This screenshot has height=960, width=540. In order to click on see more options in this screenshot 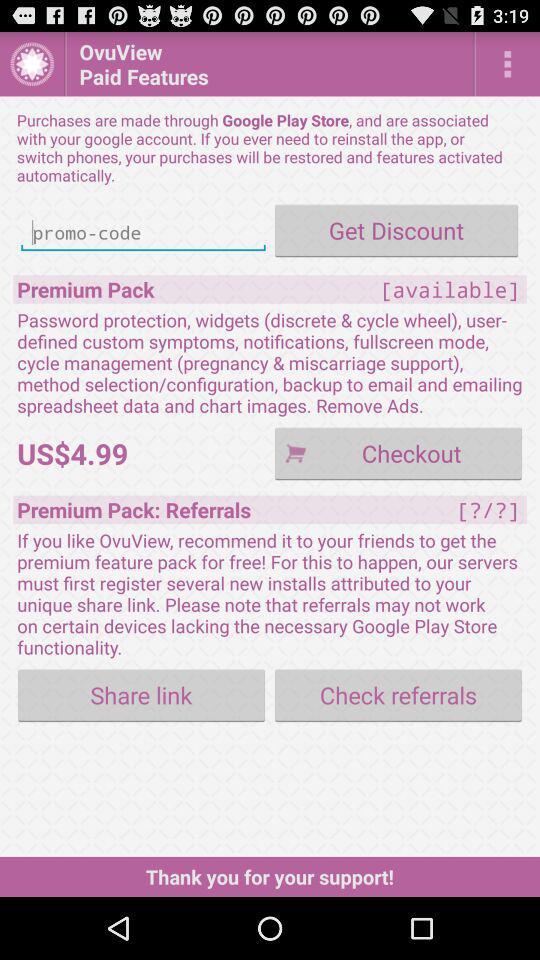, I will do `click(507, 63)`.